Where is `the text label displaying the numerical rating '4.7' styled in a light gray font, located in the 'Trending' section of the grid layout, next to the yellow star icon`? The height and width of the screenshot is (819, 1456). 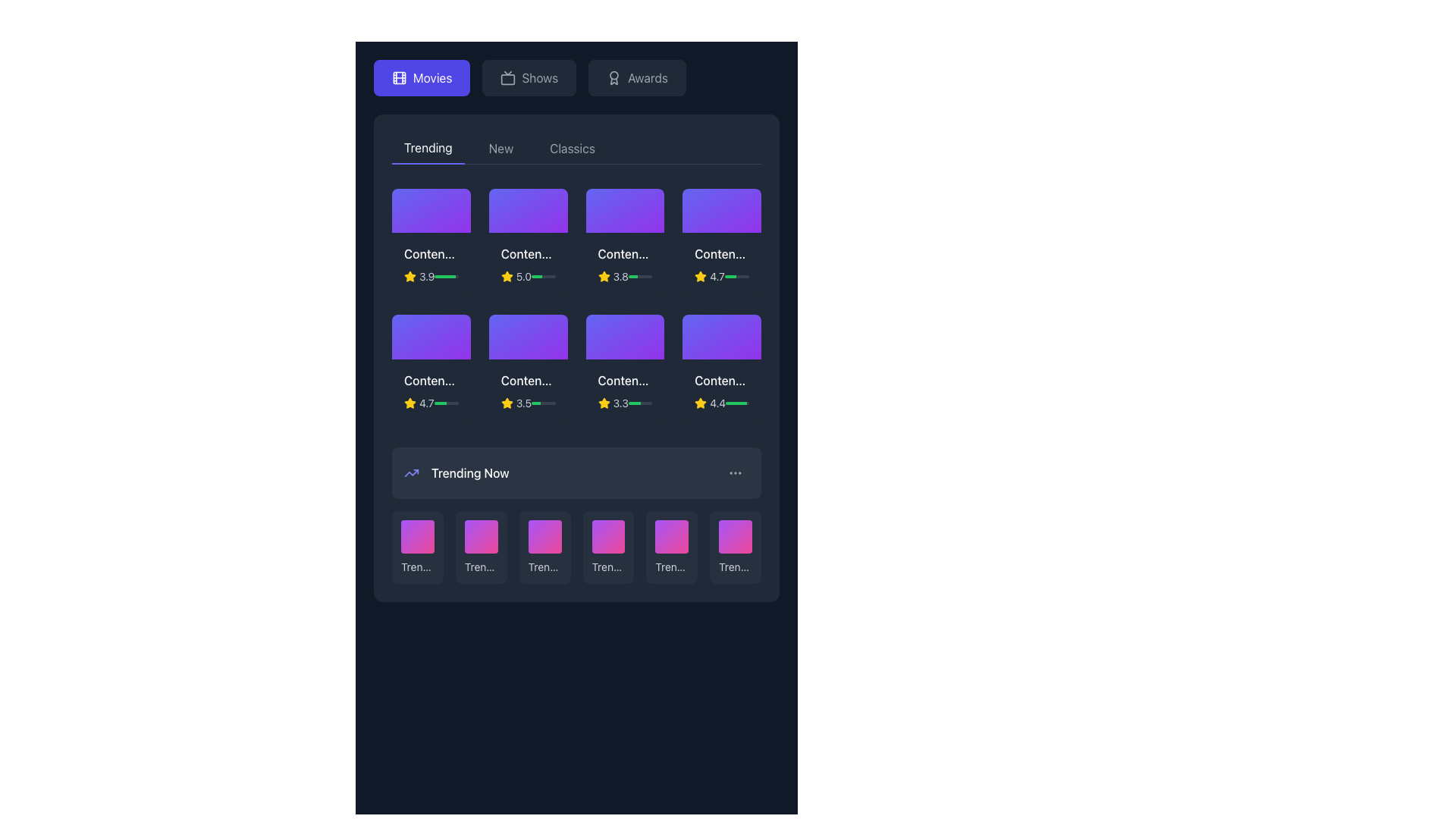 the text label displaying the numerical rating '4.7' styled in a light gray font, located in the 'Trending' section of the grid layout, next to the yellow star icon is located at coordinates (419, 402).